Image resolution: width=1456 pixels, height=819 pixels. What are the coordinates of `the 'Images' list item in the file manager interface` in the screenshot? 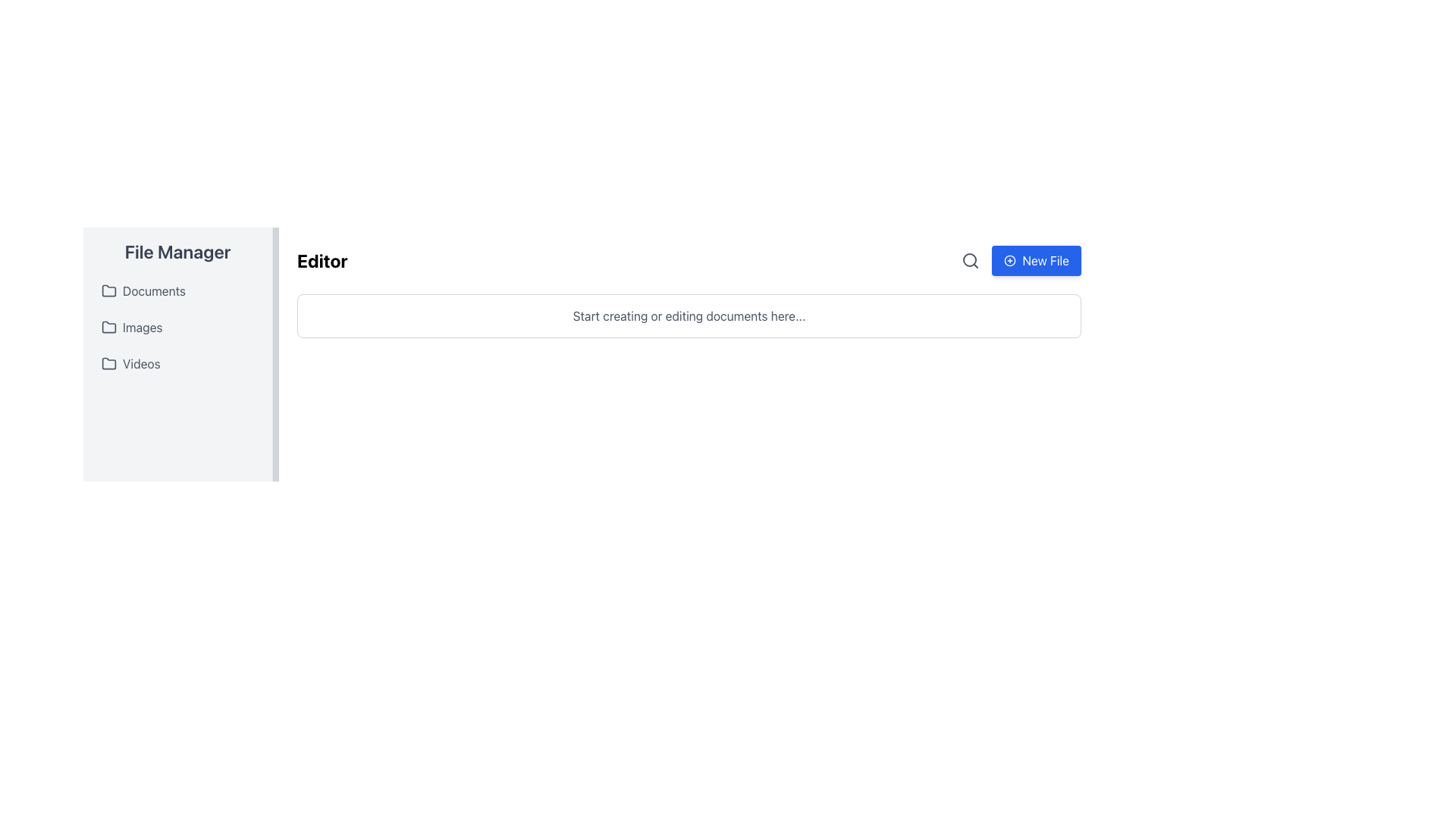 It's located at (177, 327).